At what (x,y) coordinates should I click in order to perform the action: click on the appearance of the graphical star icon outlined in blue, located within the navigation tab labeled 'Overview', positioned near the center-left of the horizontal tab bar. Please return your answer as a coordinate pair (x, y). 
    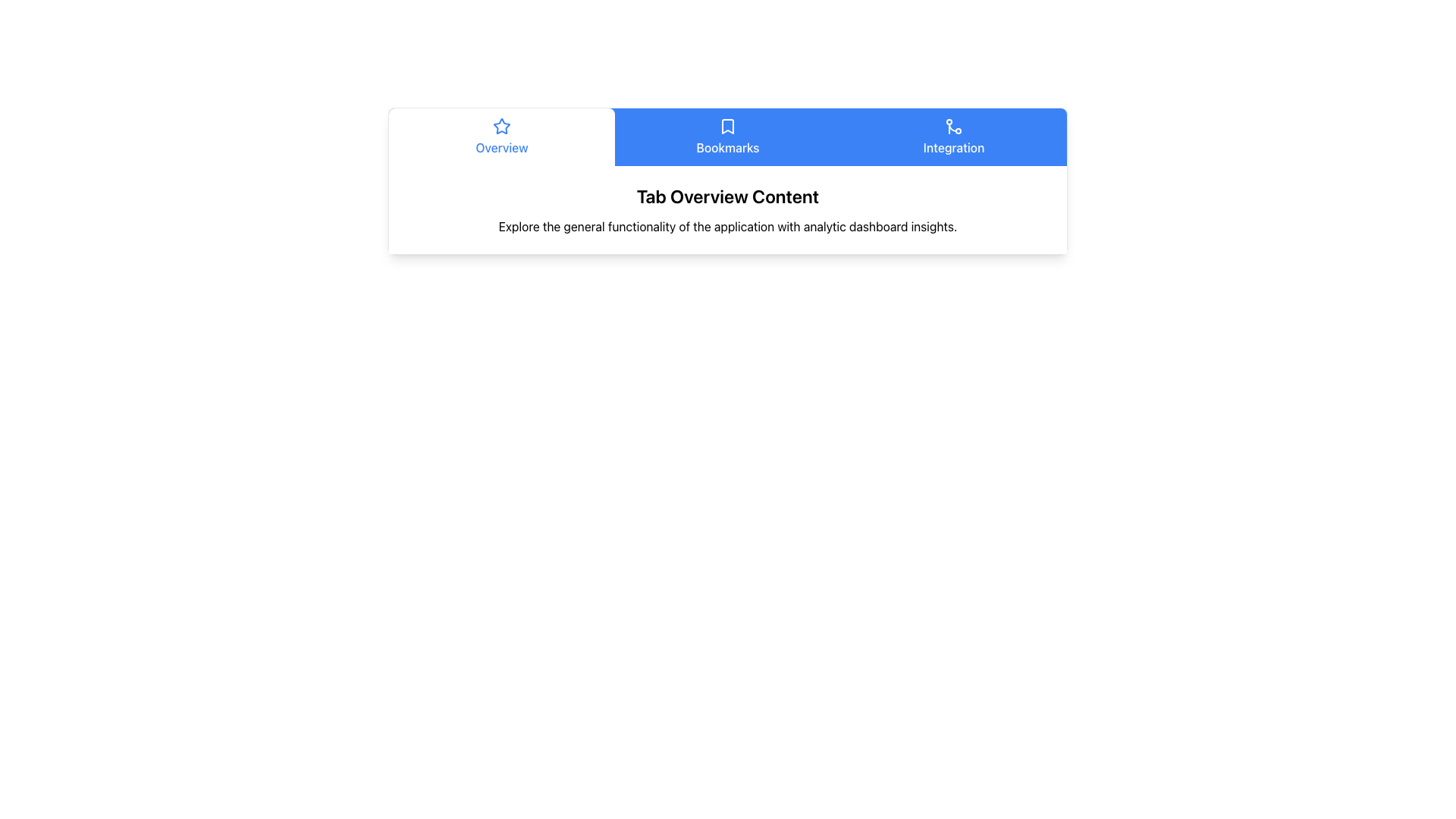
    Looking at the image, I should click on (502, 125).